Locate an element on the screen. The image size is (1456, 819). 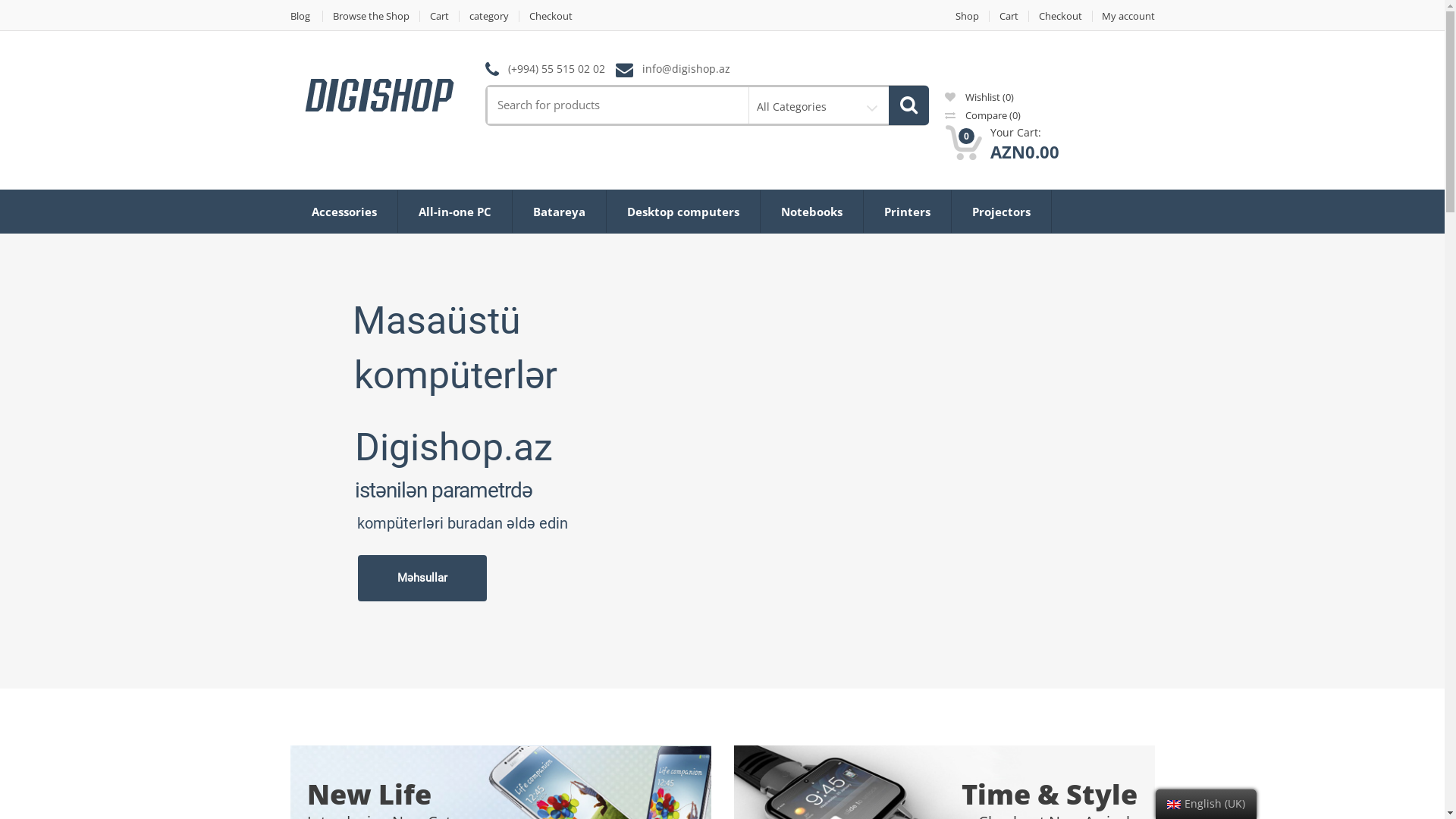
'Browse the Shop' is located at coordinates (322, 16).